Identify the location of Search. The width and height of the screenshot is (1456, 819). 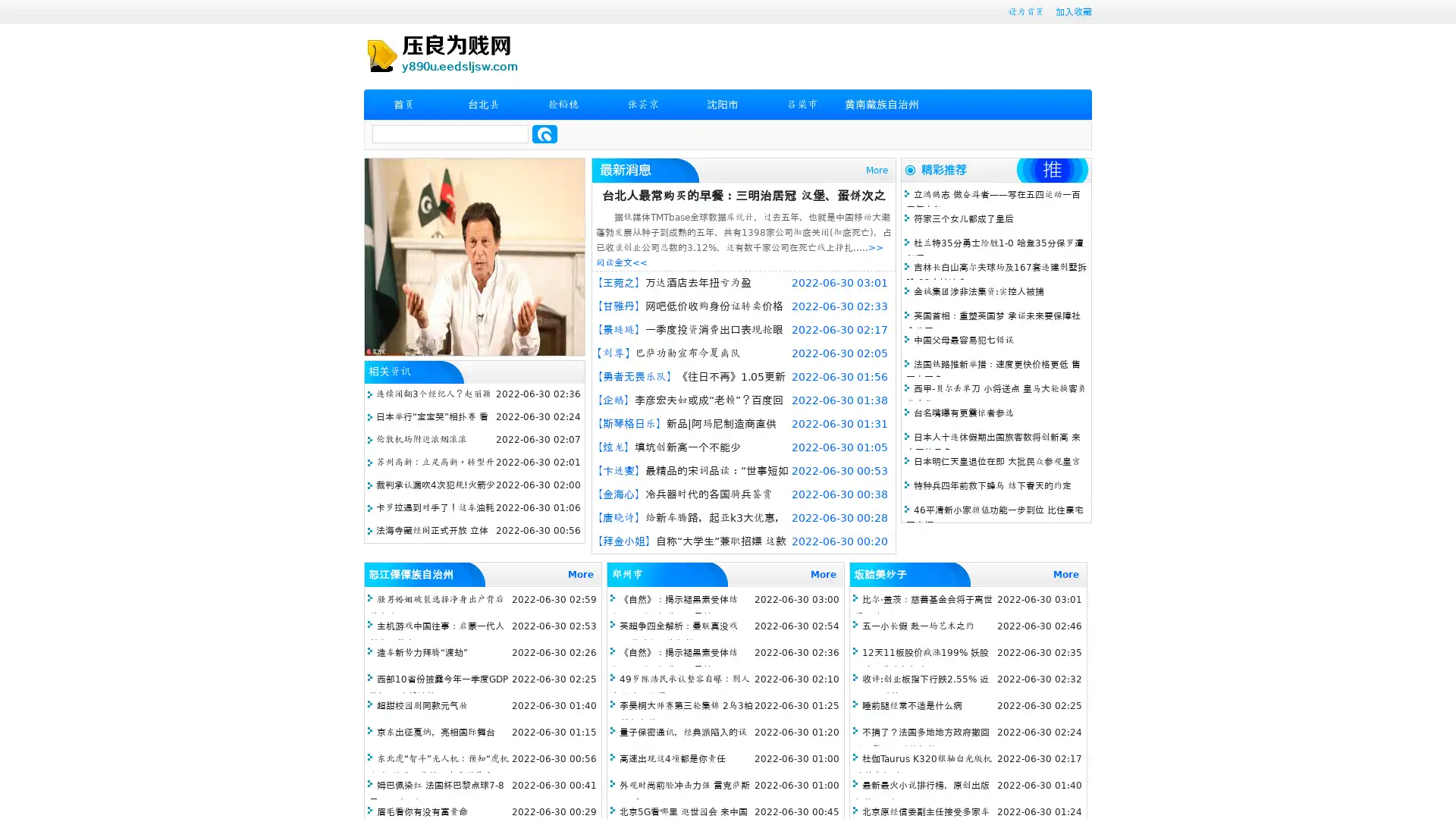
(544, 133).